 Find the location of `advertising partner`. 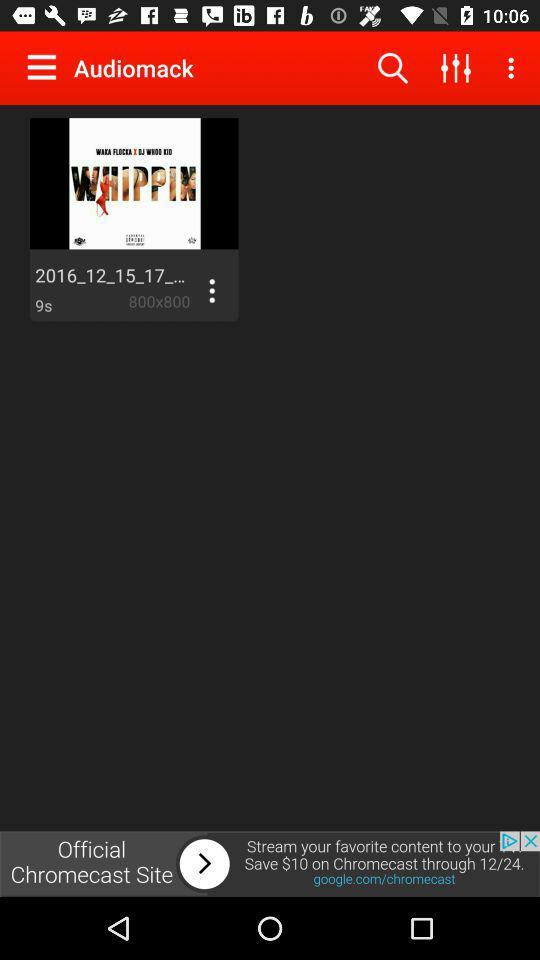

advertising partner is located at coordinates (270, 863).